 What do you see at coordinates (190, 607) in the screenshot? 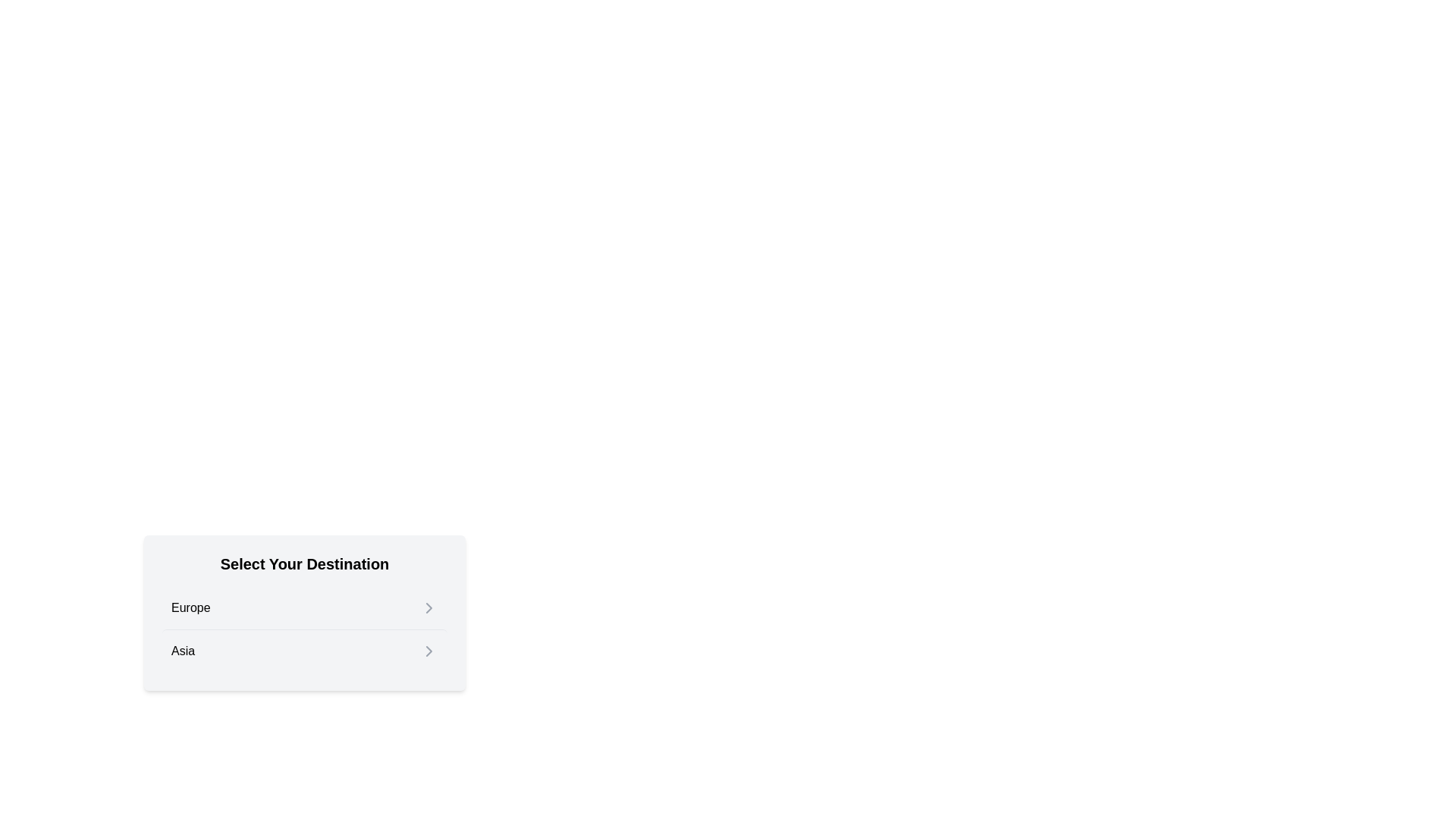
I see `the text label for 'Europe'` at bounding box center [190, 607].